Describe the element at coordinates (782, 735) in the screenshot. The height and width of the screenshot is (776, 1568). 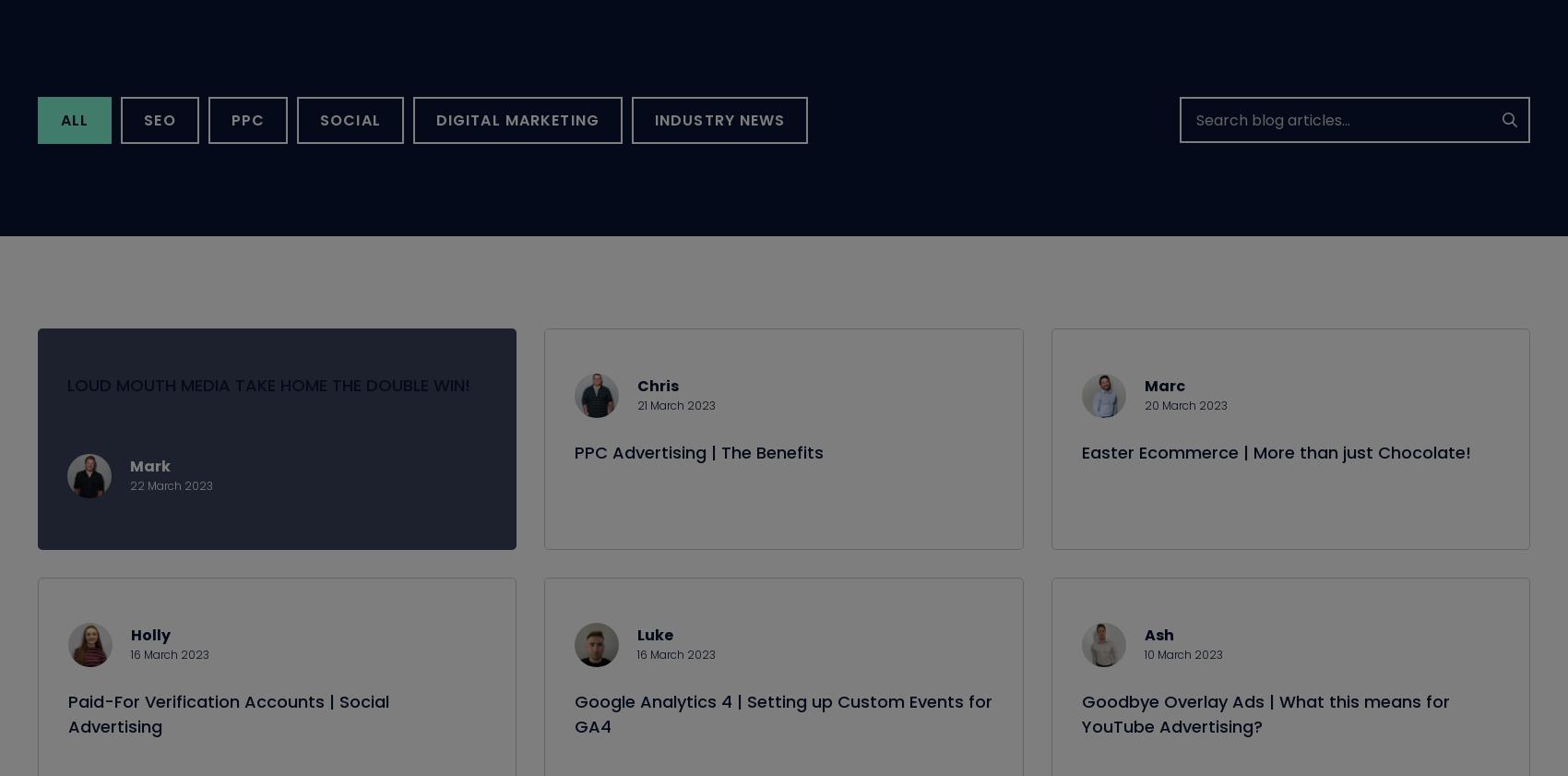
I see `'Google Analytics 4 | Setting up Custom Events for GA4'` at that location.